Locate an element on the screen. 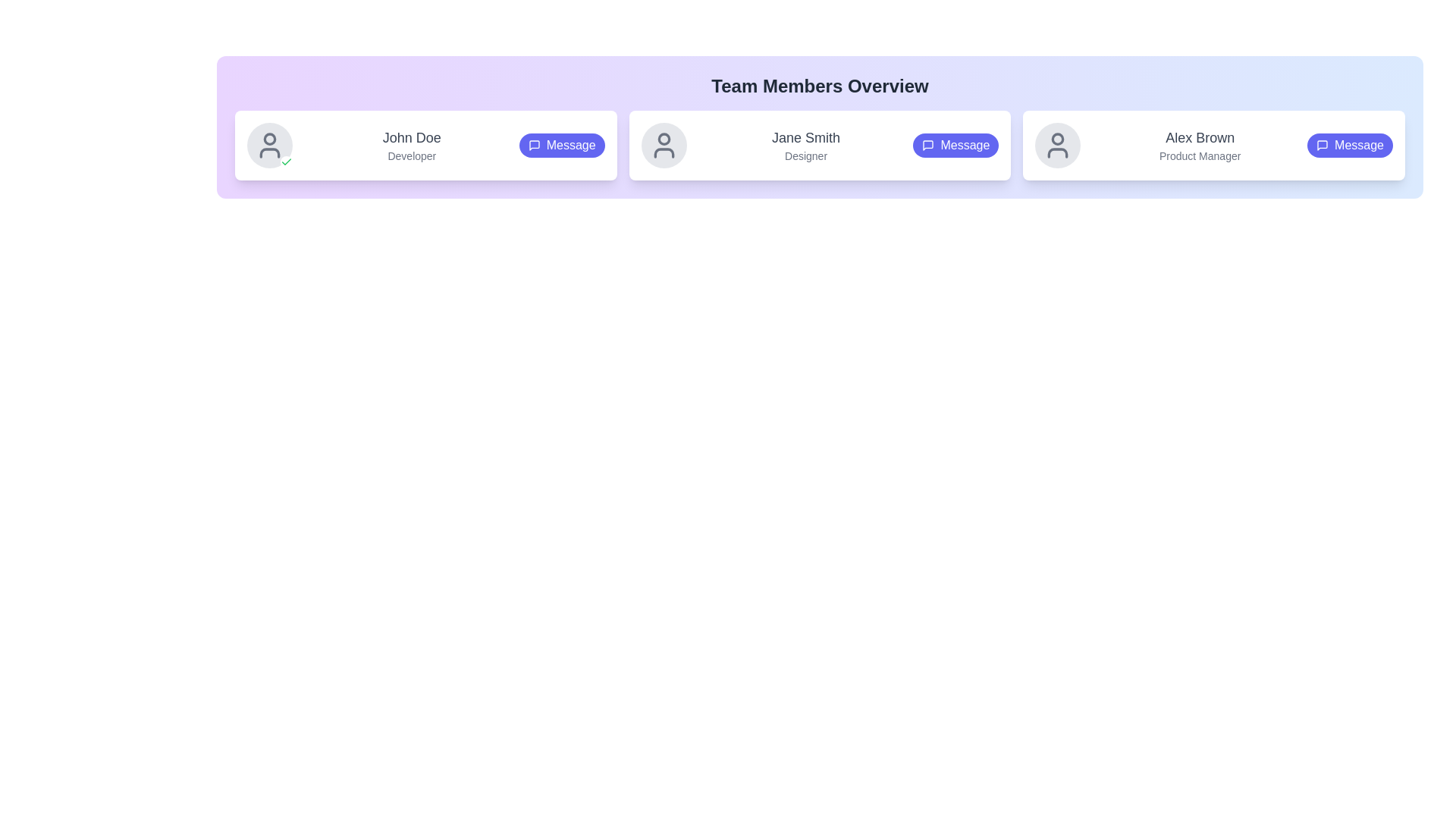 The image size is (1456, 819). the text label displaying 'Jane Smith' in a larger dark gray font, positioned above the subtitle 'Designer' in the center card of the layout is located at coordinates (805, 137).